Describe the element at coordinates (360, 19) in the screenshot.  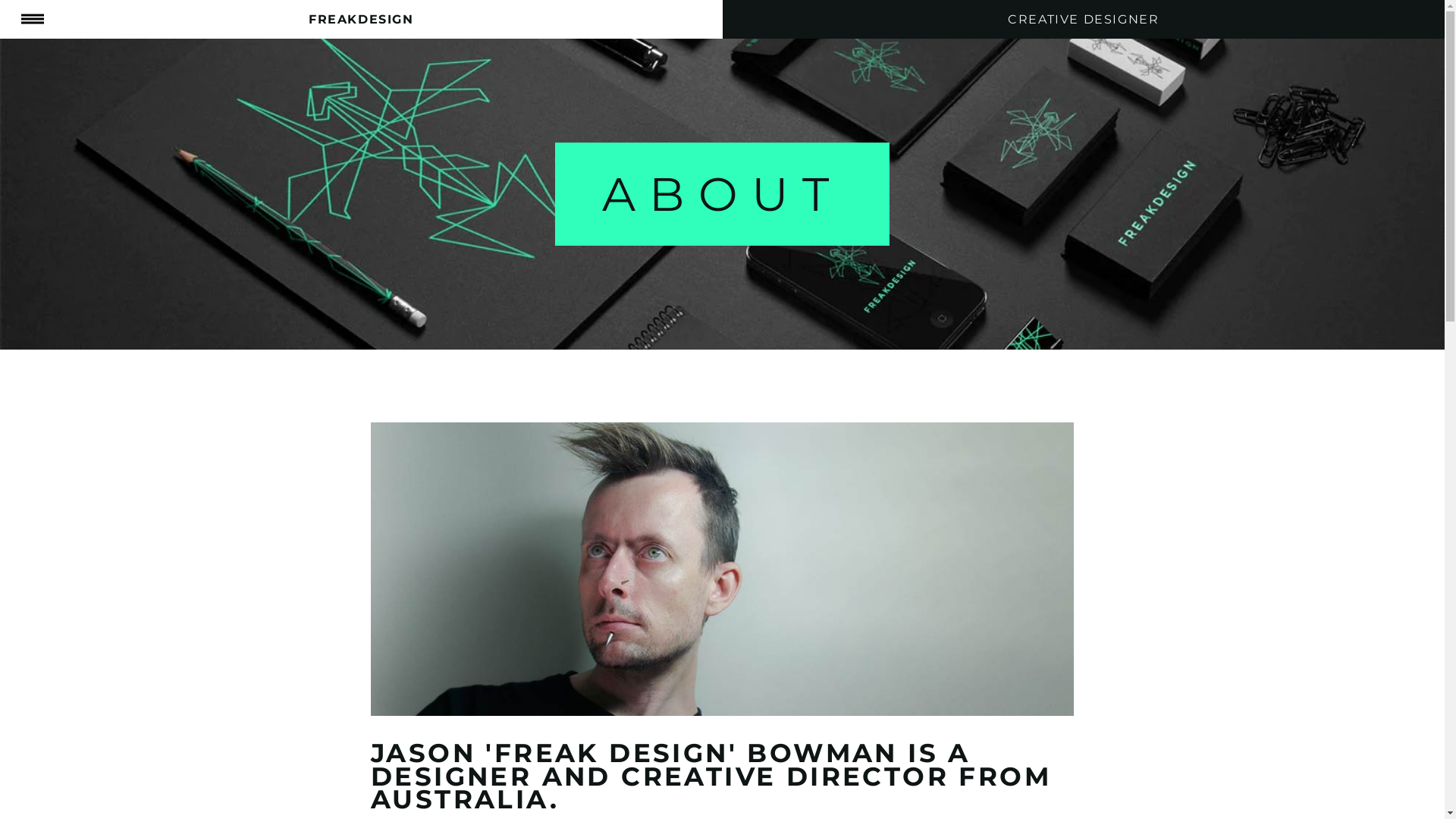
I see `'FREAKDESIGN'` at that location.